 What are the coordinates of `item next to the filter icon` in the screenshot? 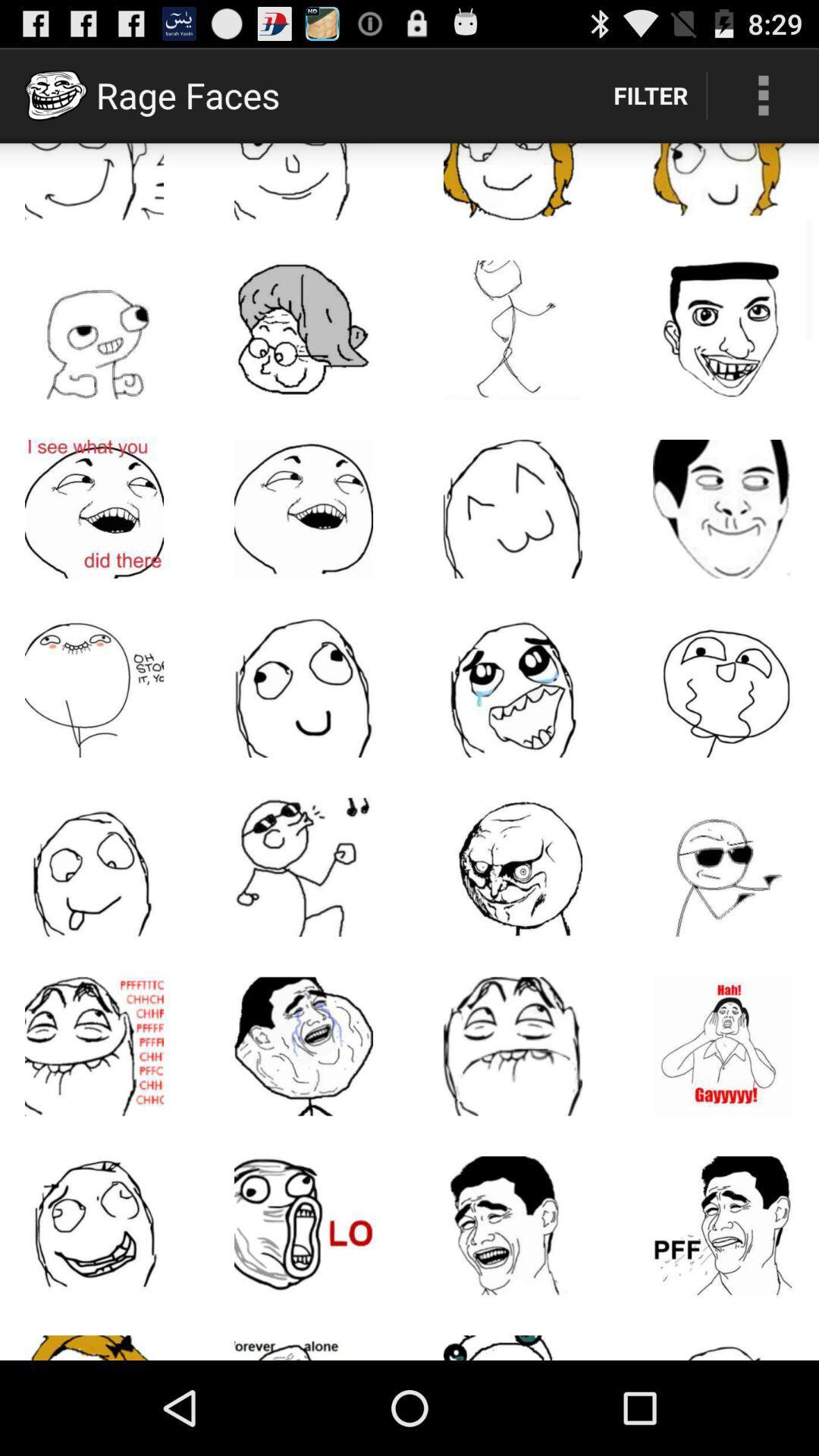 It's located at (763, 94).